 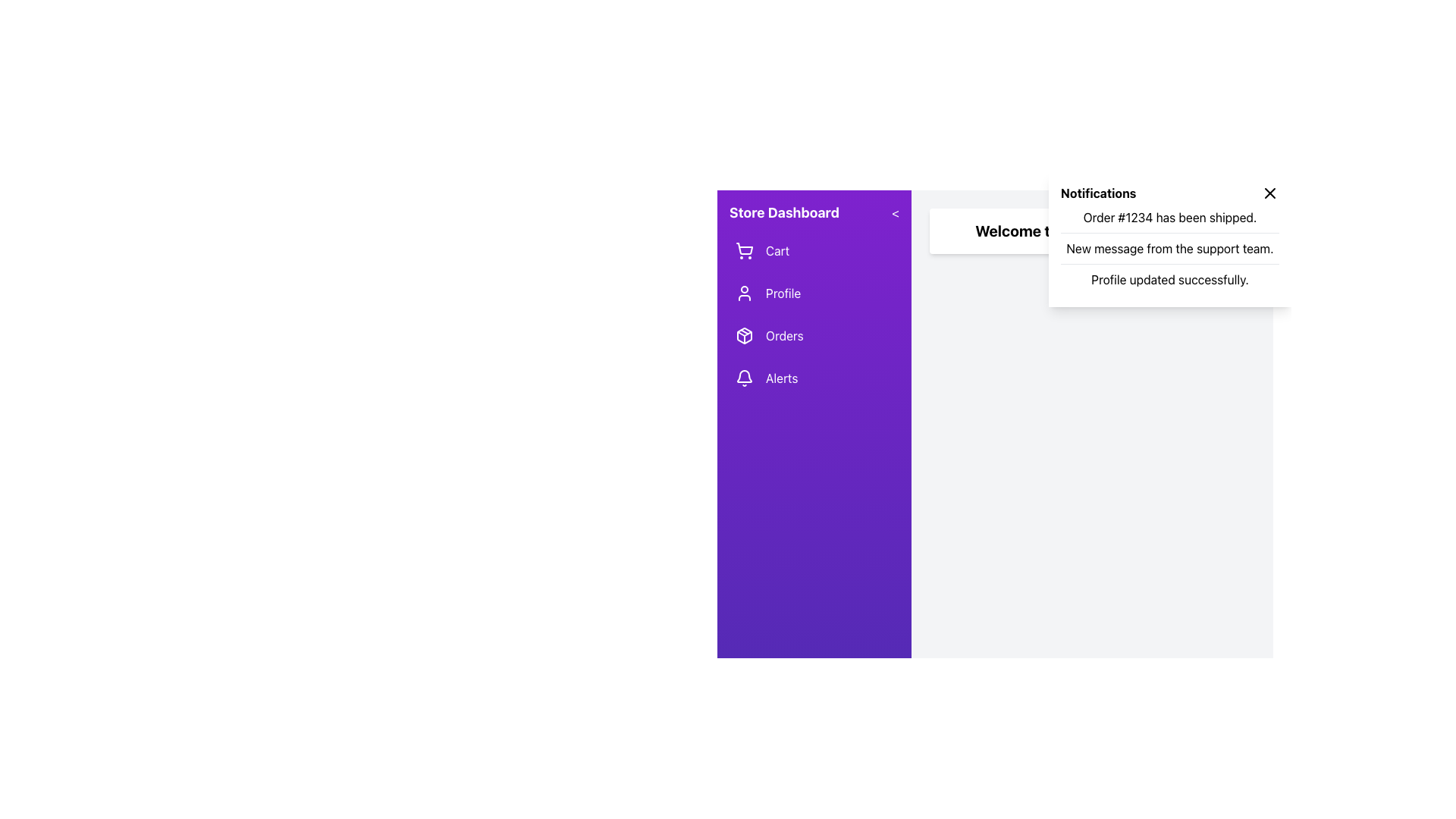 What do you see at coordinates (814, 377) in the screenshot?
I see `the Navigation link with an integrated icon, the fourth item in the vertical navigation panel in the left sidebar, for keyboard navigation` at bounding box center [814, 377].